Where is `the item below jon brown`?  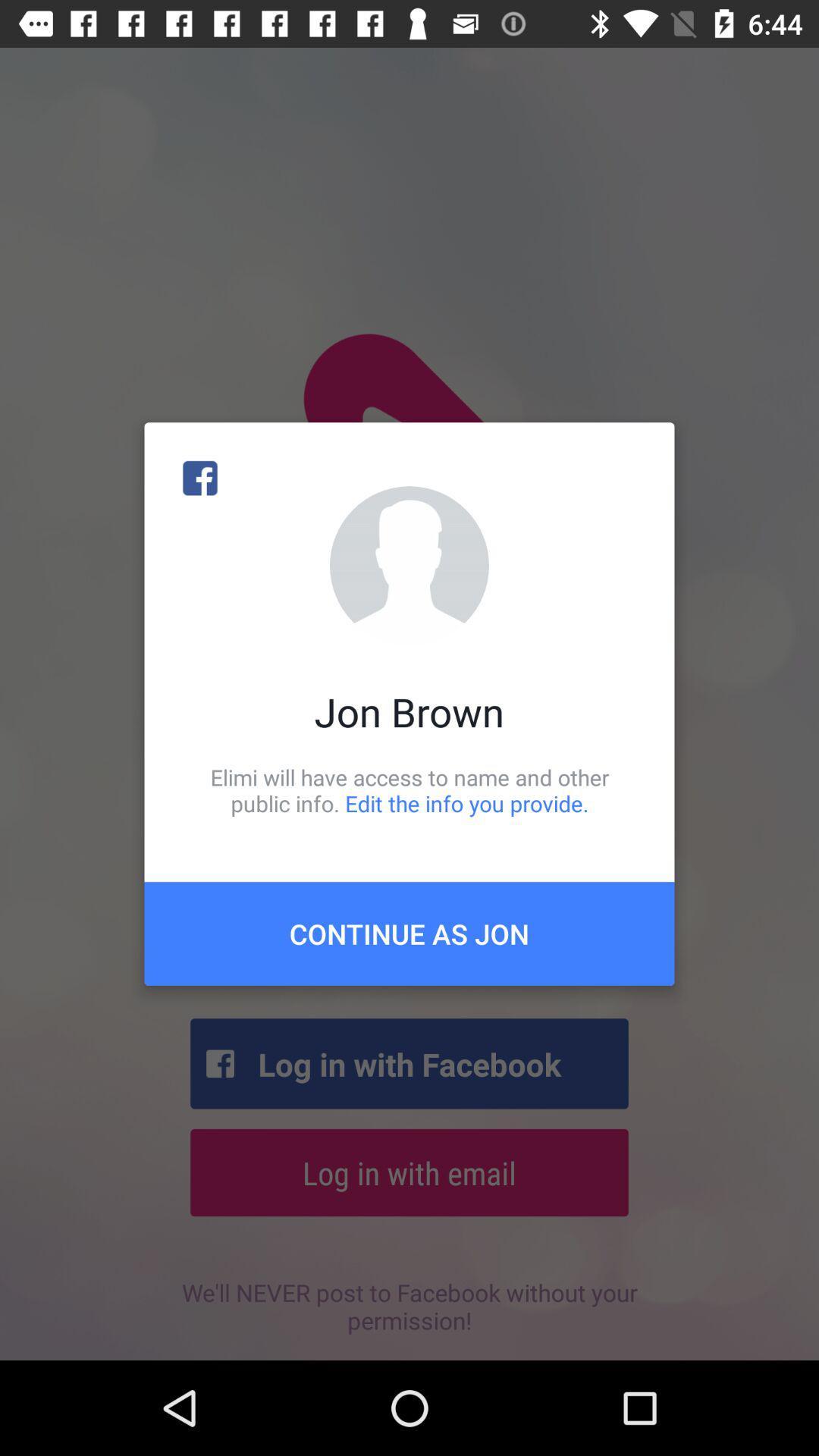 the item below jon brown is located at coordinates (409, 789).